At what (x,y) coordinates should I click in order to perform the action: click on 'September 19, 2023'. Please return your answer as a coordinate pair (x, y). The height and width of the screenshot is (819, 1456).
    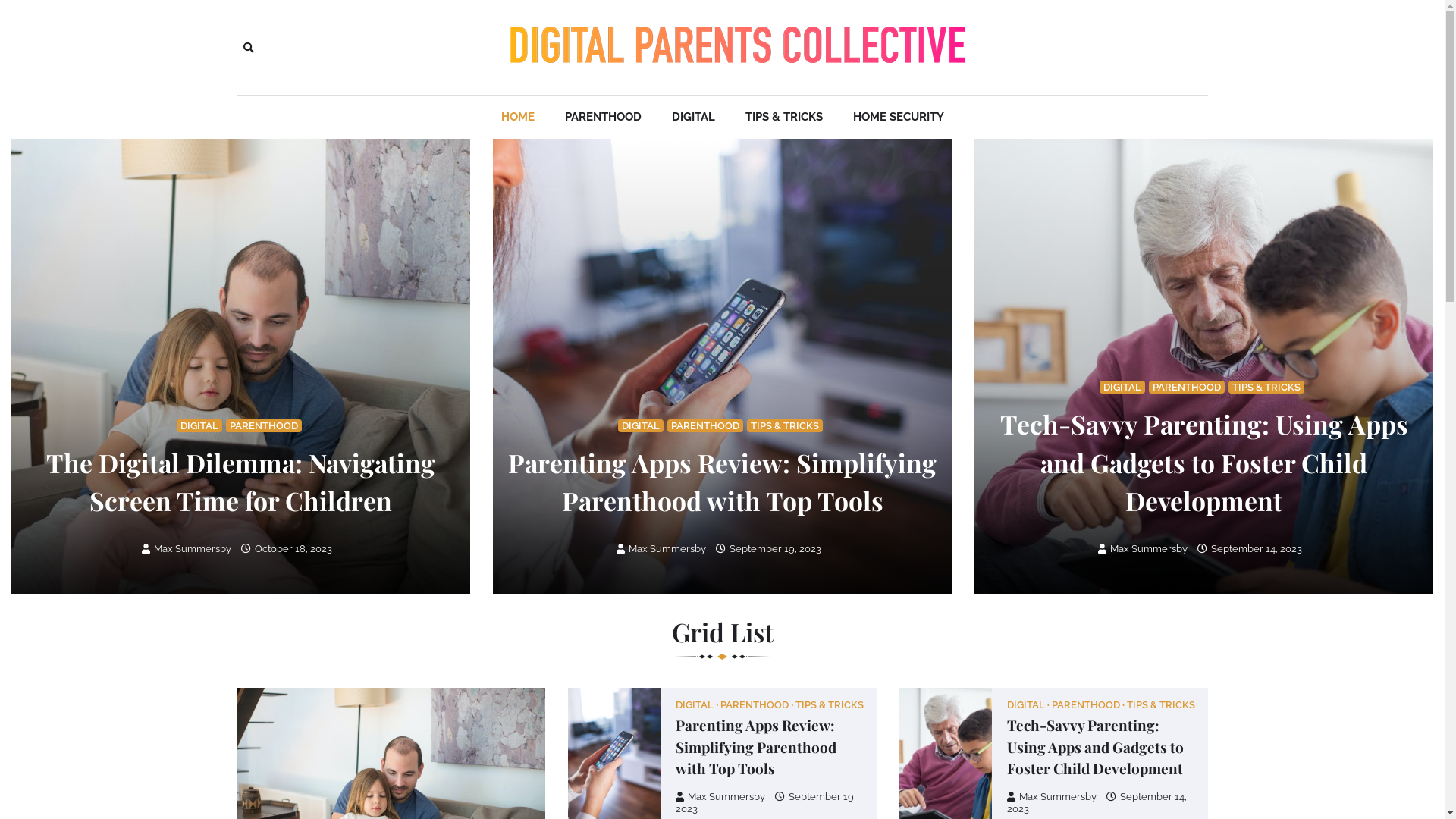
    Looking at the image, I should click on (765, 802).